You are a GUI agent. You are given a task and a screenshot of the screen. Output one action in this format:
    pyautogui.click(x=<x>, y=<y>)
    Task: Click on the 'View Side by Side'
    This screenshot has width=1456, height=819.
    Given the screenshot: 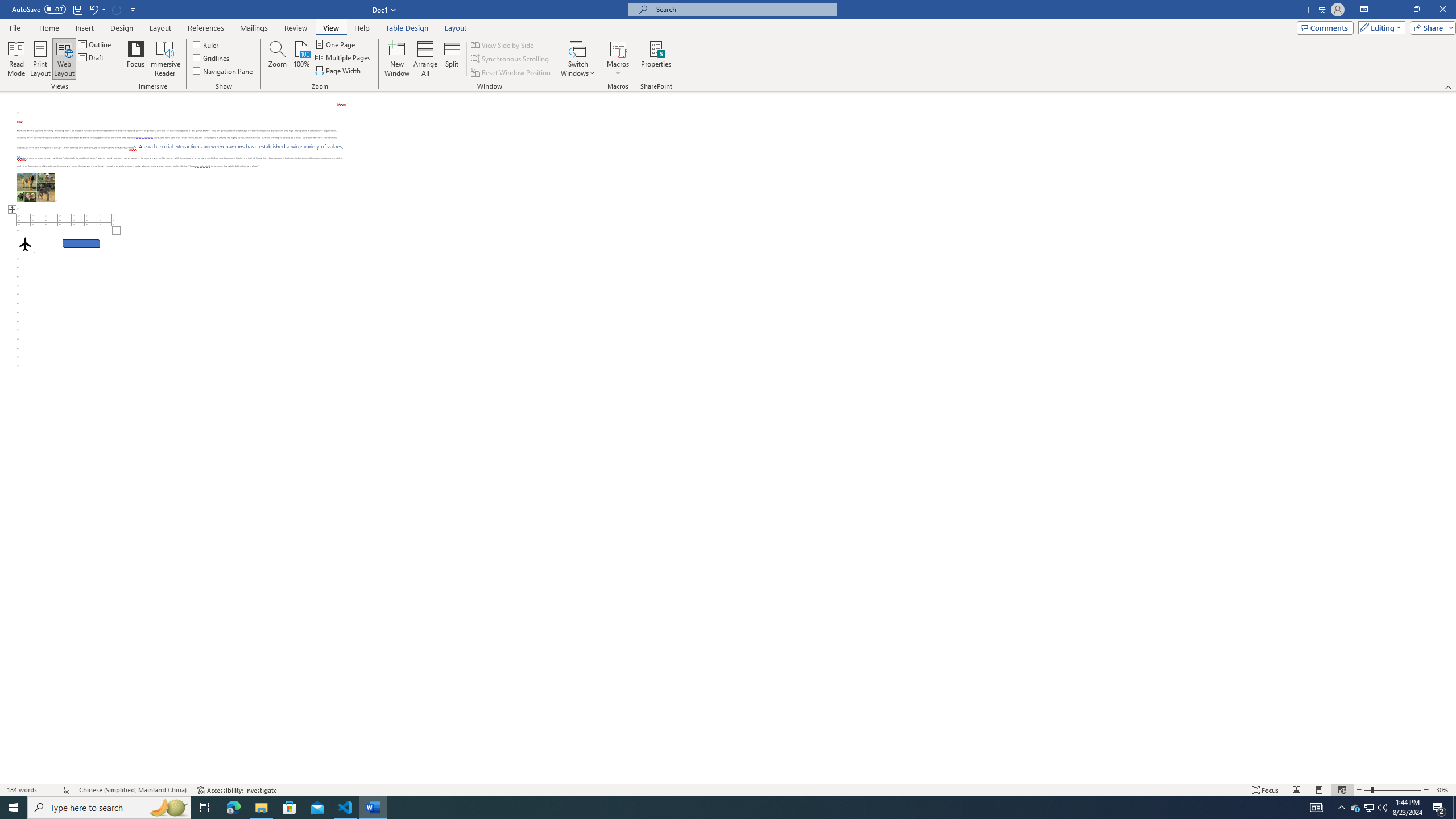 What is the action you would take?
    pyautogui.click(x=503, y=44)
    